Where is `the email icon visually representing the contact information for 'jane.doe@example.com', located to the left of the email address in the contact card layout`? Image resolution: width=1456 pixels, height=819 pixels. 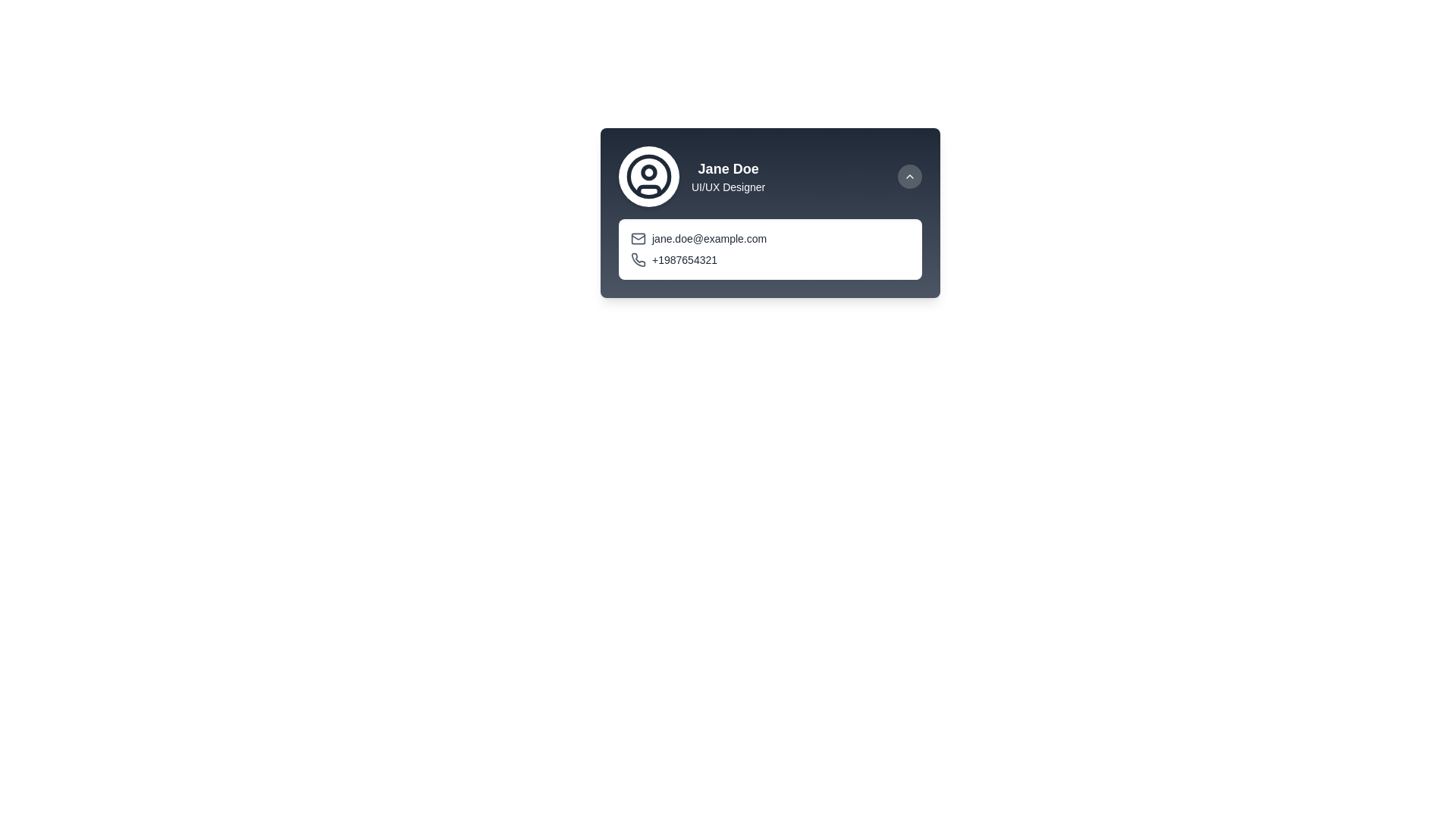
the email icon visually representing the contact information for 'jane.doe@example.com', located to the left of the email address in the contact card layout is located at coordinates (638, 237).